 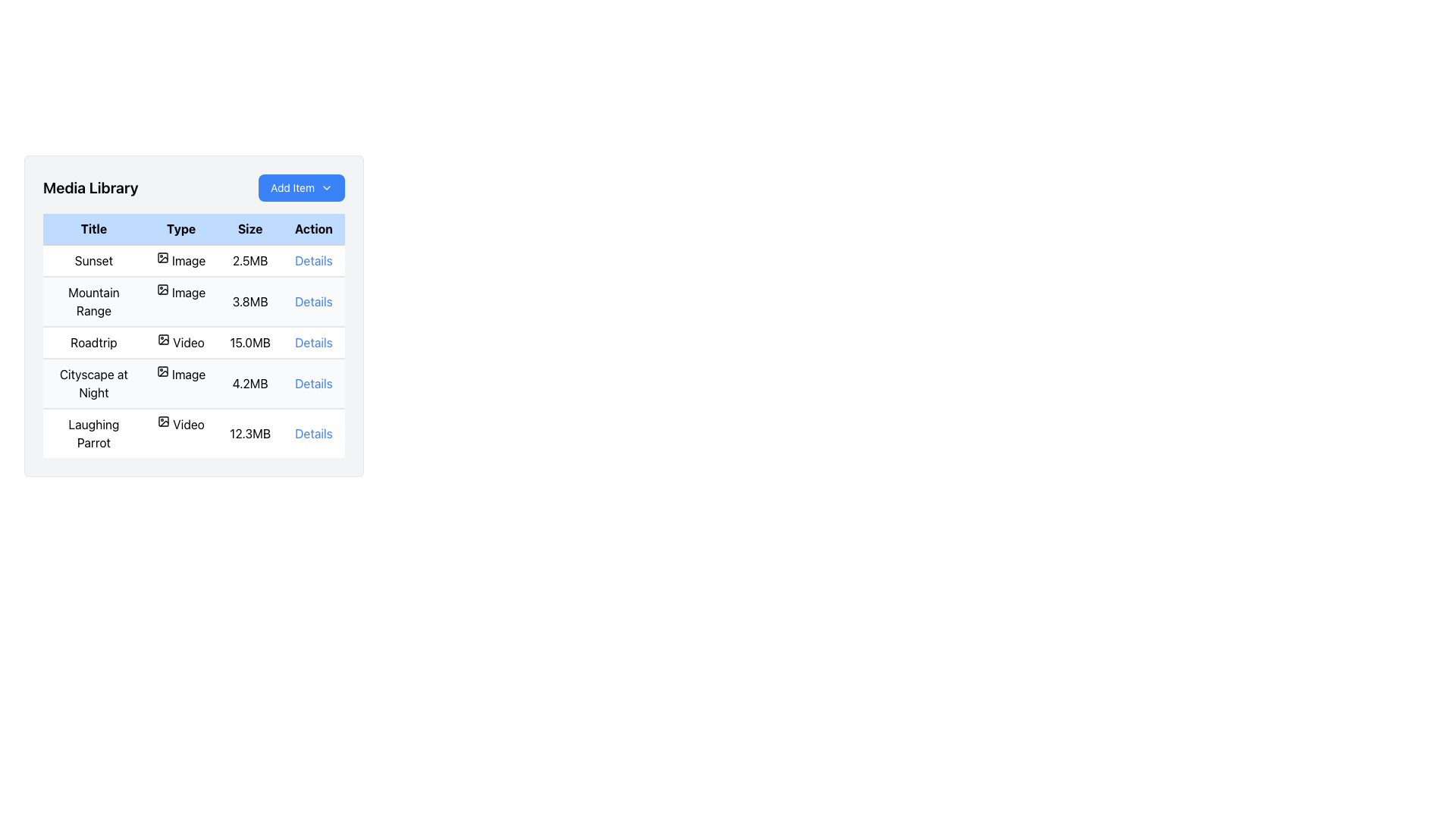 What do you see at coordinates (312, 259) in the screenshot?
I see `the blue text link labeled 'Details' in the 'Action' column of the 'Media Library' table` at bounding box center [312, 259].